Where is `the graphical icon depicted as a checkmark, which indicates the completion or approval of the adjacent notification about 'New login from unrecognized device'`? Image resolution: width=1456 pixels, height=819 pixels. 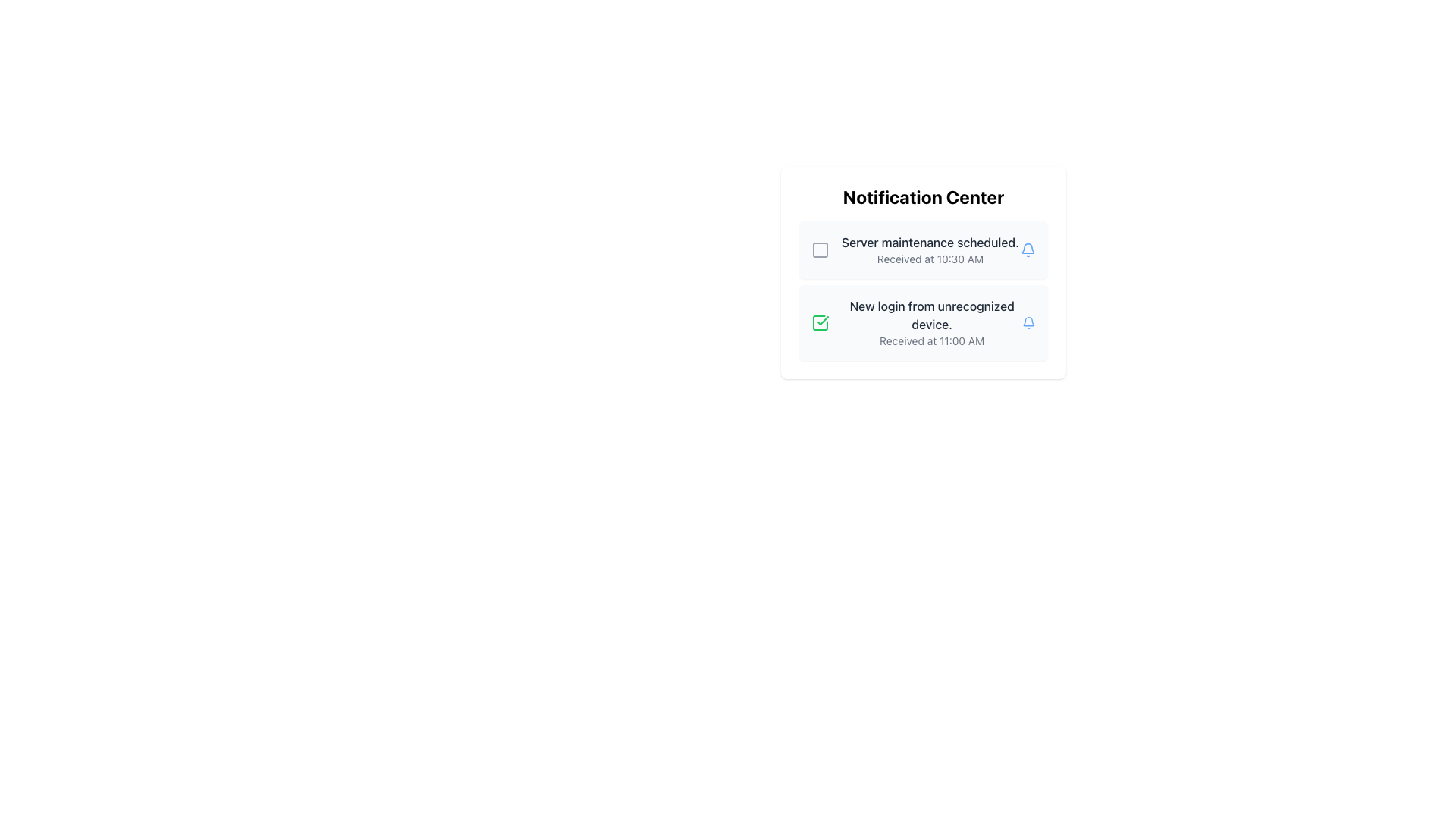
the graphical icon depicted as a checkmark, which indicates the completion or approval of the adjacent notification about 'New login from unrecognized device' is located at coordinates (822, 320).